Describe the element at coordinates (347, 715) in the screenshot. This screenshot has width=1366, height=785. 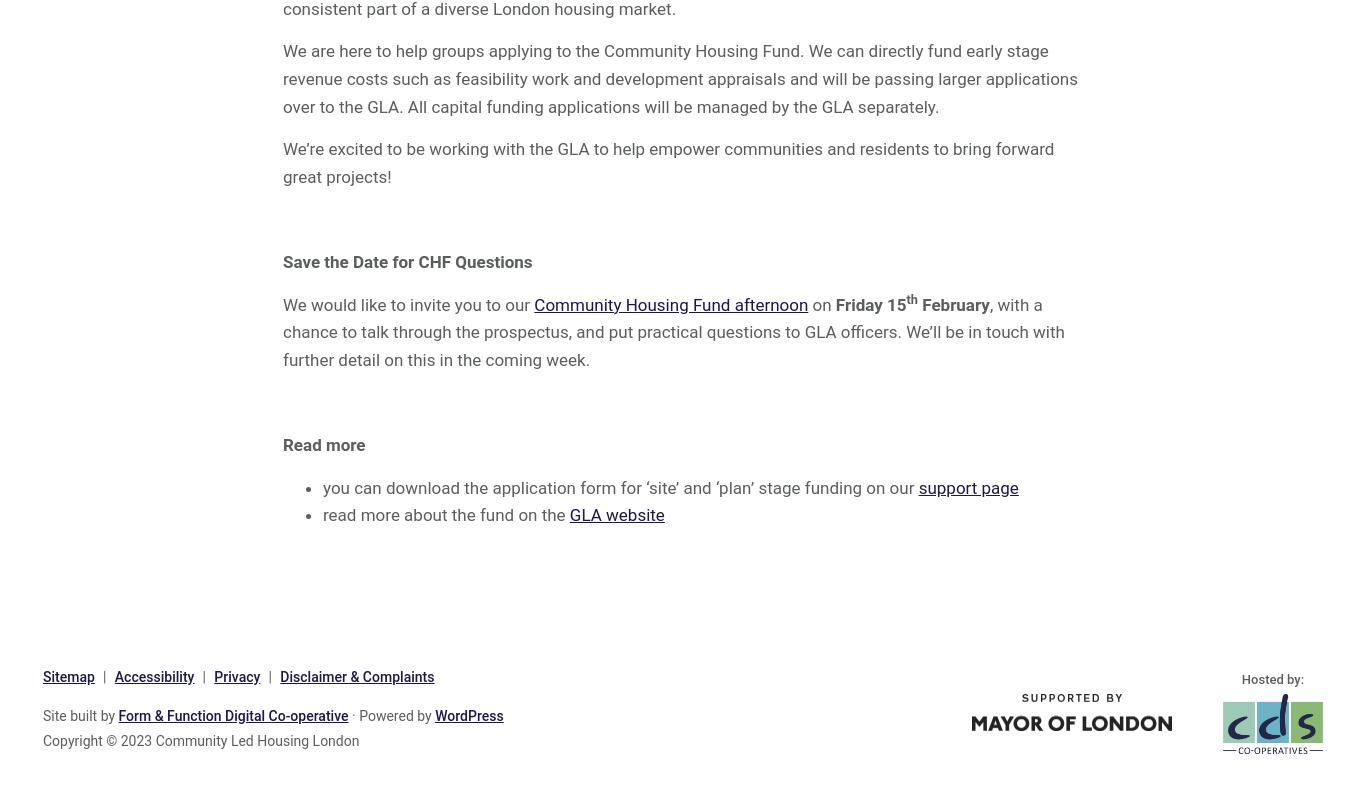
I see `'· Powered by'` at that location.